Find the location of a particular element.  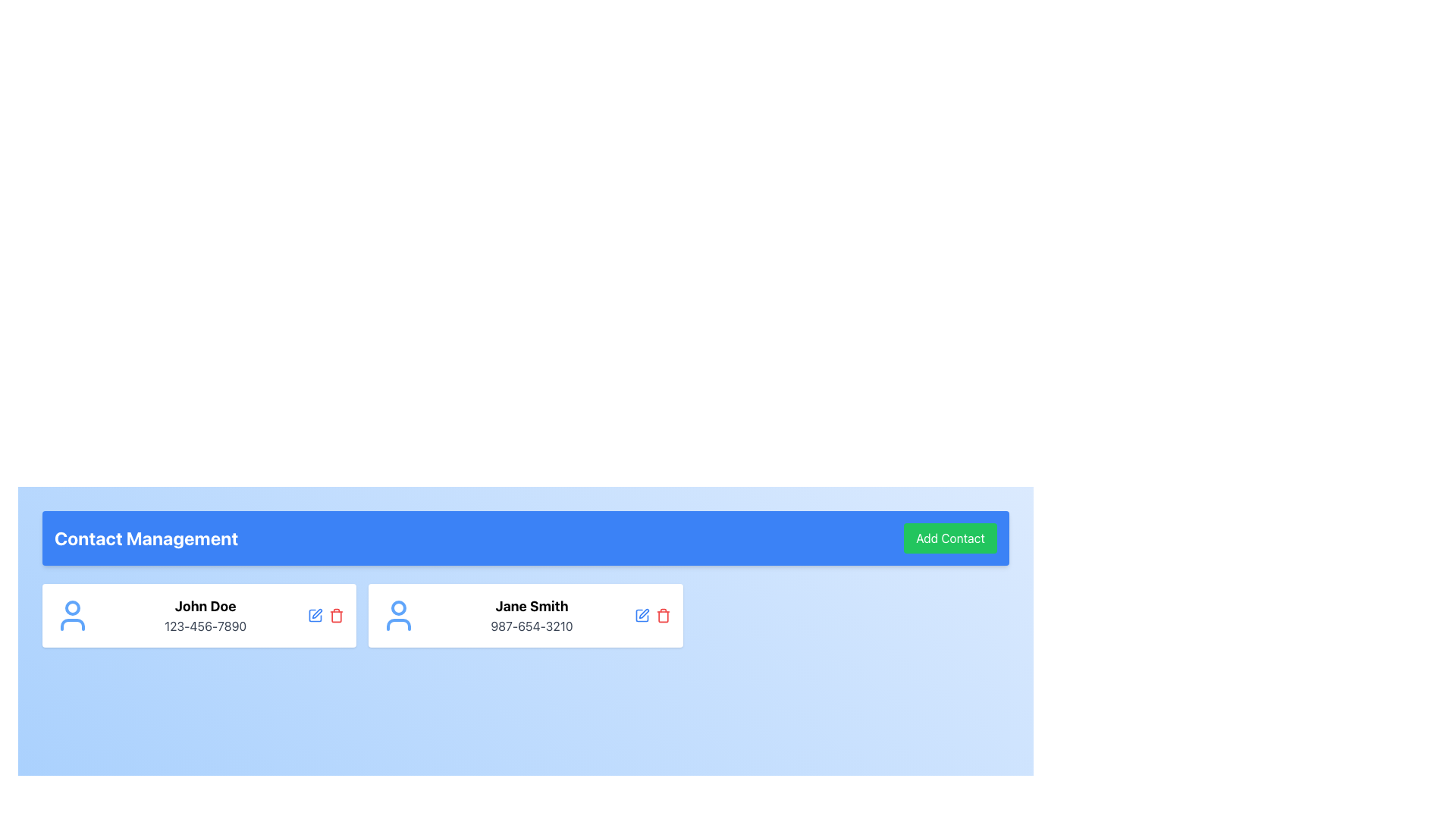

the SVG Circle with a blue border located in the upper-left corner of the card showcasing contact information for 'John Doe' is located at coordinates (72, 607).